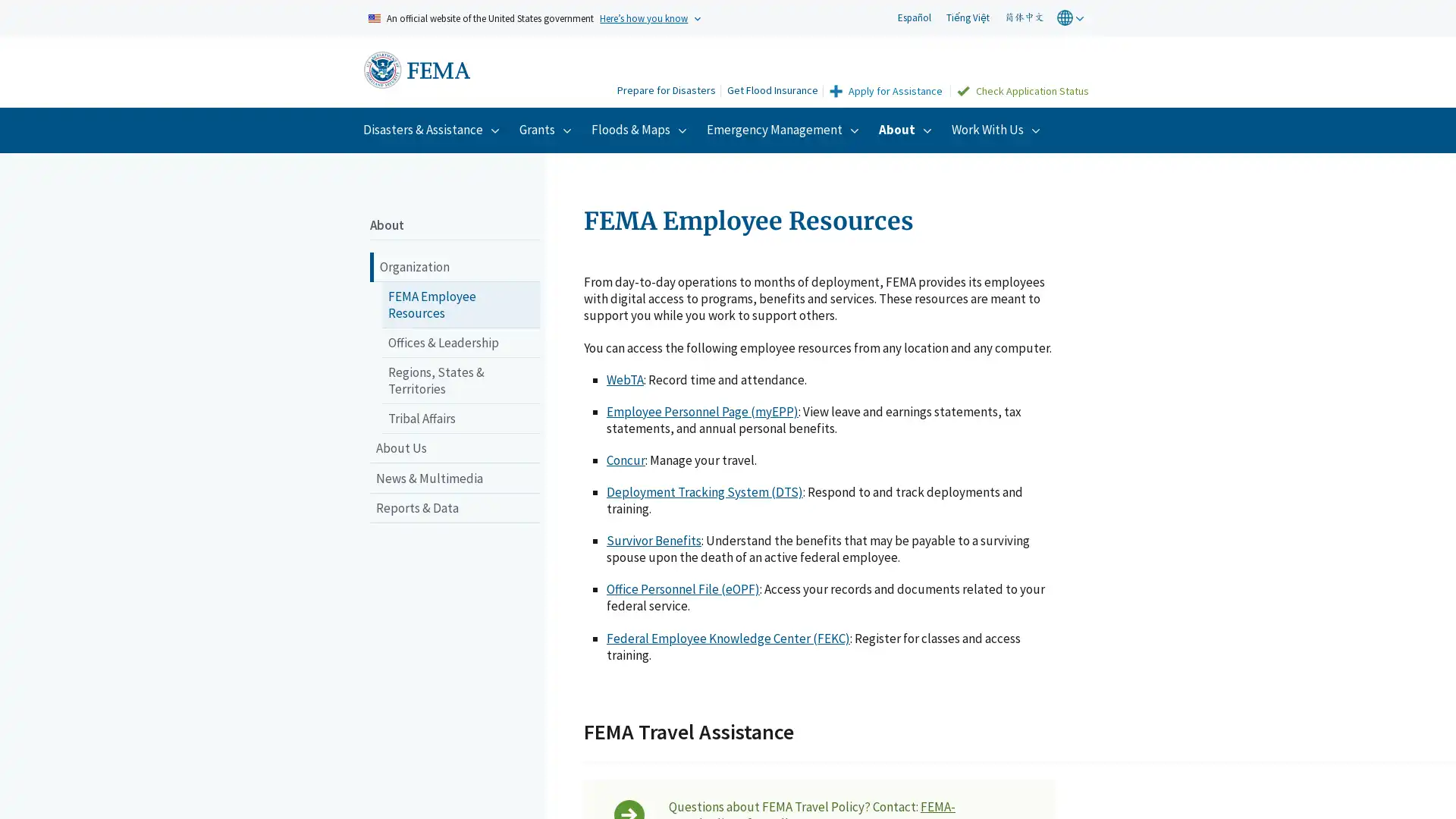  Describe the element at coordinates (907, 128) in the screenshot. I see `About` at that location.